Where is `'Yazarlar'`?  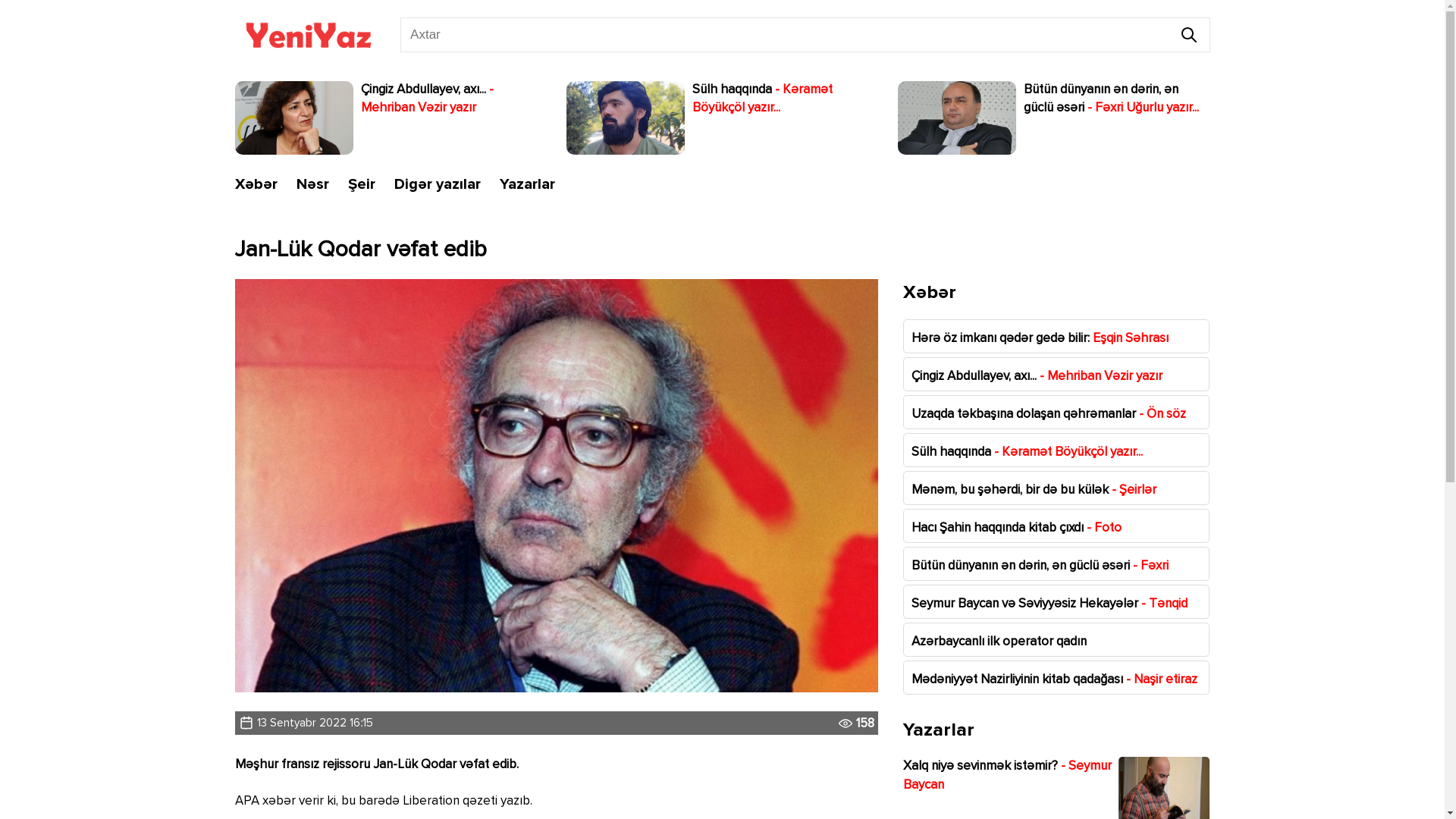
'Yazarlar' is located at coordinates (526, 184).